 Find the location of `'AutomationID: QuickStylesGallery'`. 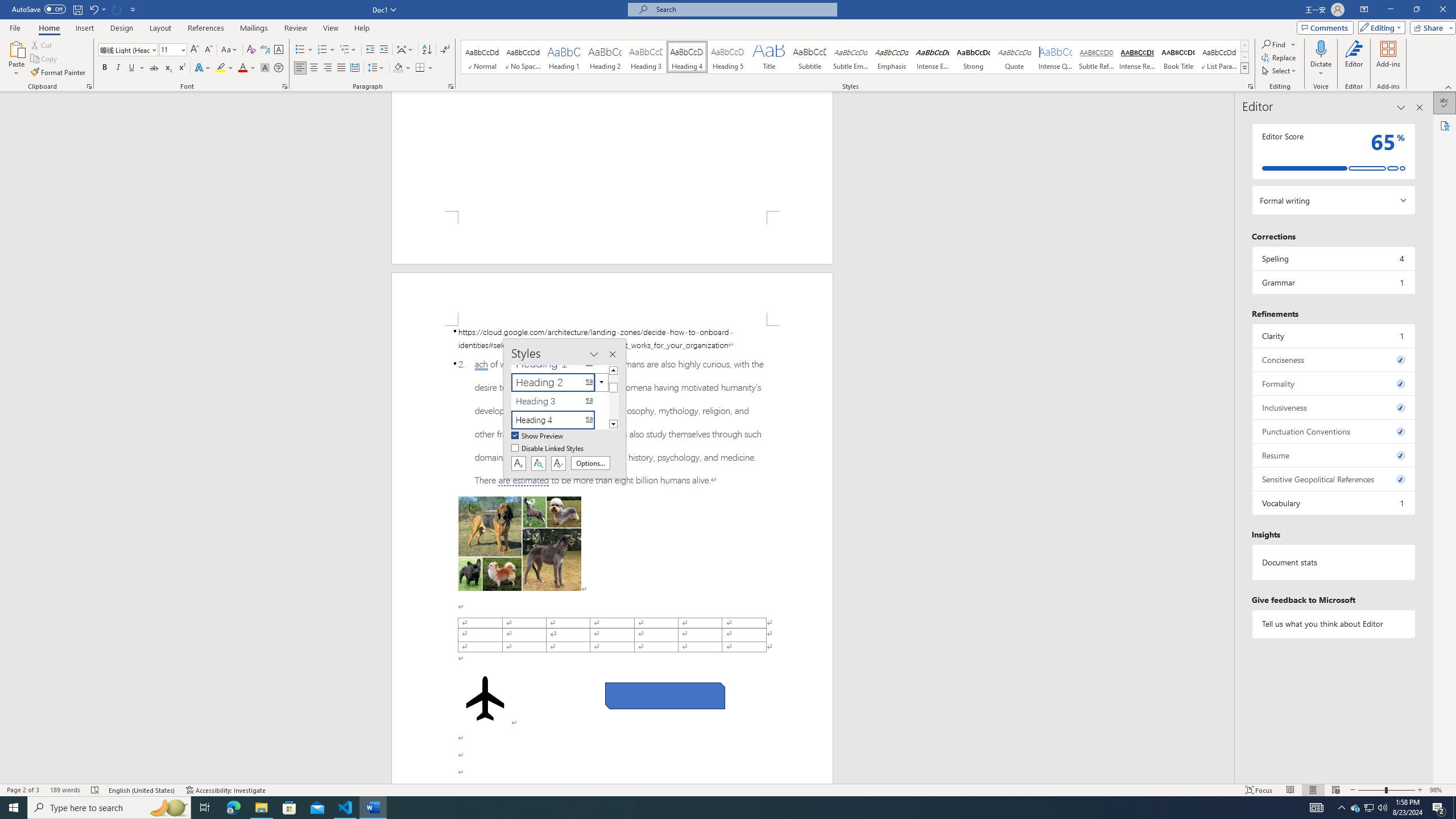

'AutomationID: QuickStylesGallery' is located at coordinates (855, 56).